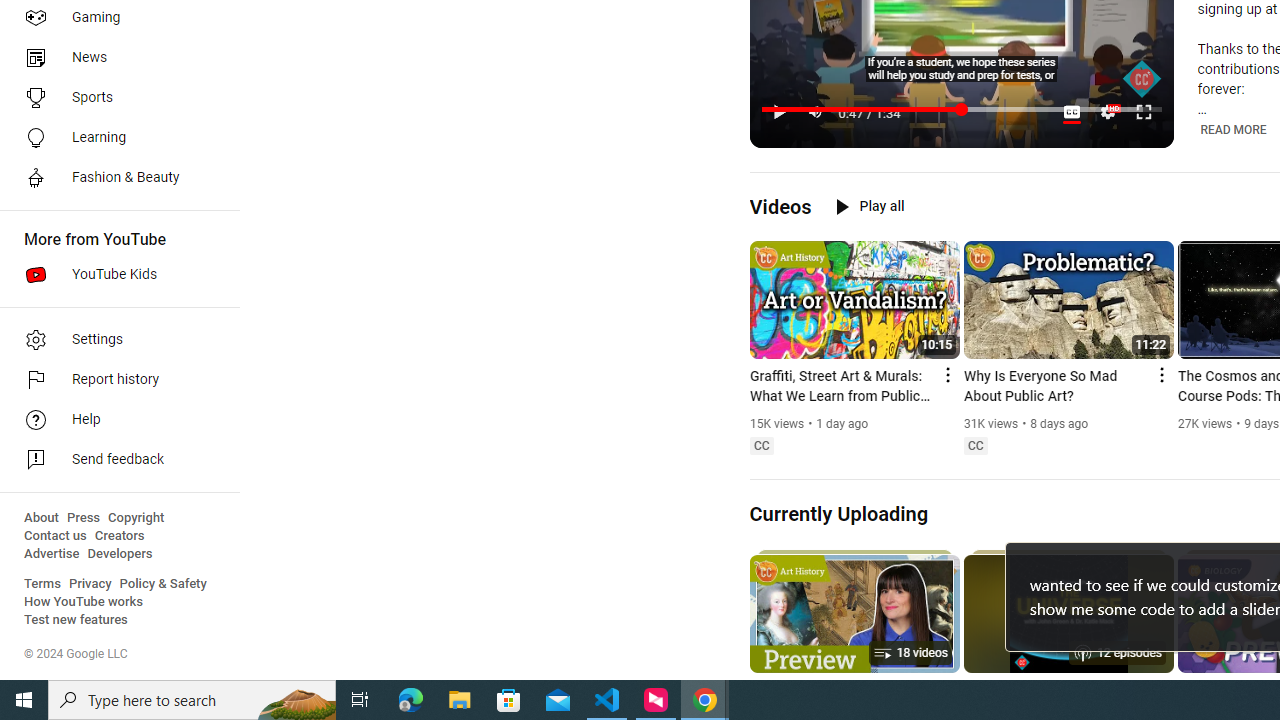  Describe the element at coordinates (55, 535) in the screenshot. I see `'Contact us'` at that location.